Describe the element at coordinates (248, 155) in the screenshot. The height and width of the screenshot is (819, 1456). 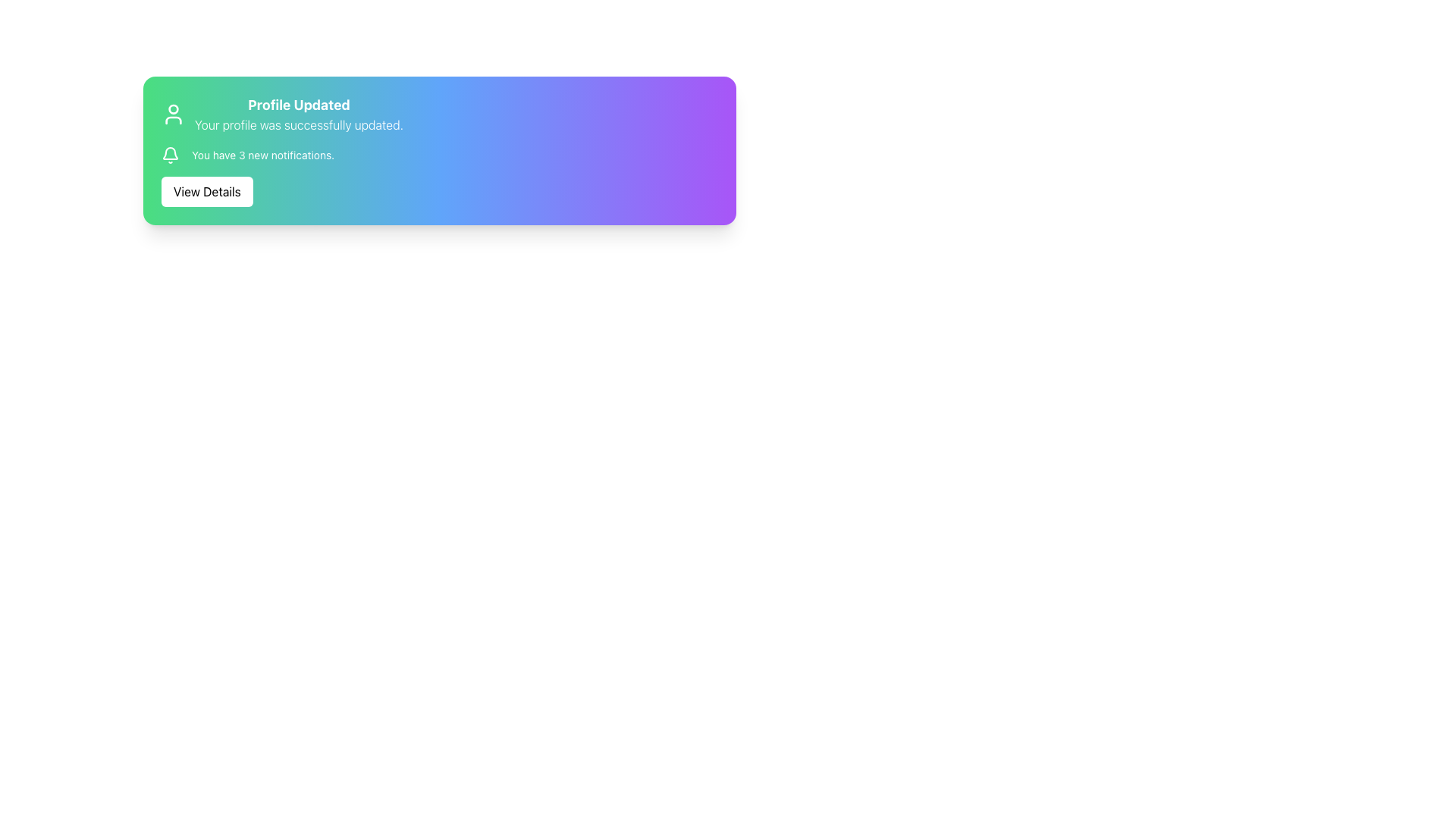
I see `the Notification indicator that displays a bell icon and the text 'You have 3 new notifications.' which is located beneath the 'Your profile was successfully updated.' text and above the 'View Details' button` at that location.